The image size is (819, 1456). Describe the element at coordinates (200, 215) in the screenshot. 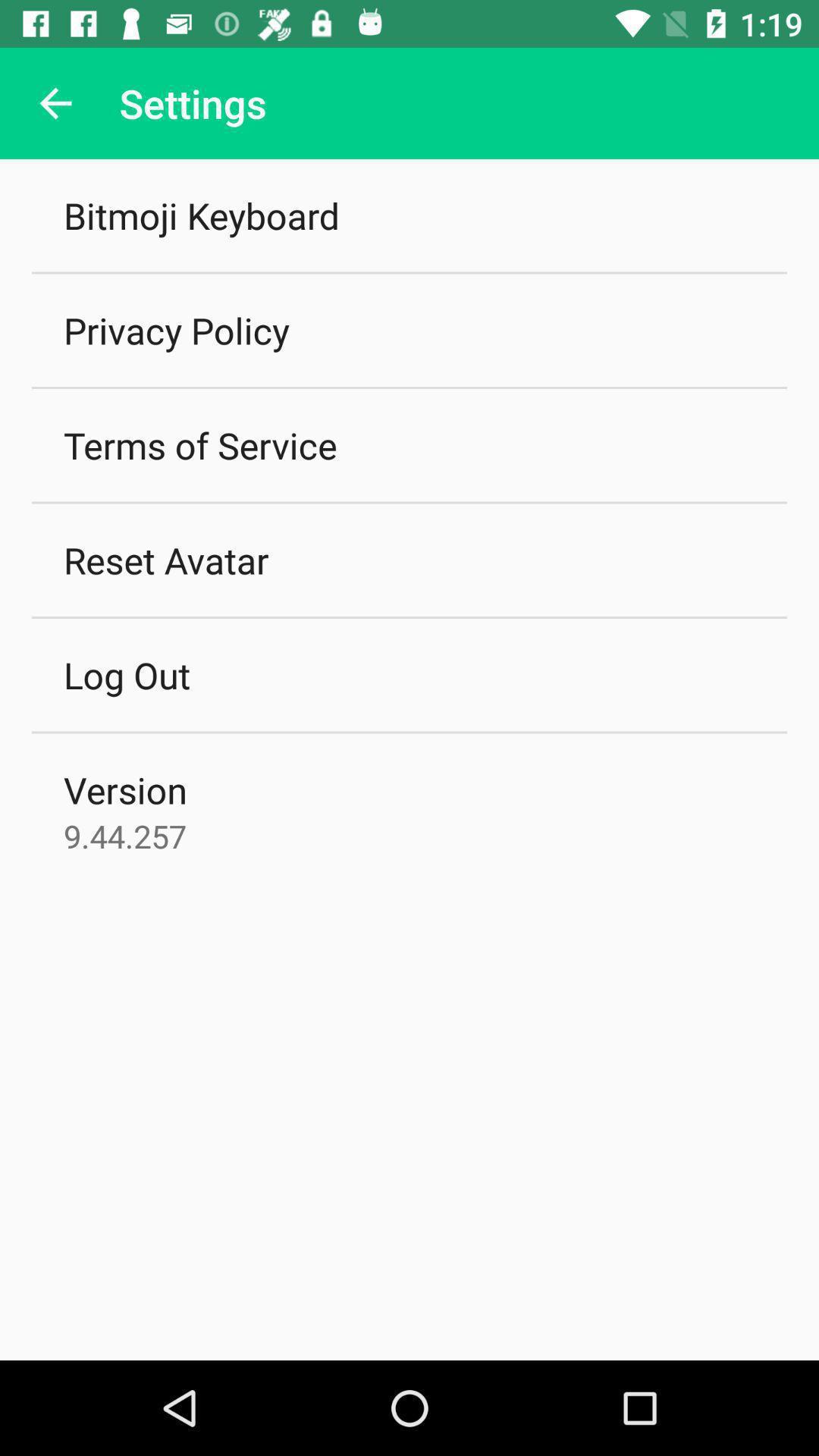

I see `the item above the privacy policy` at that location.